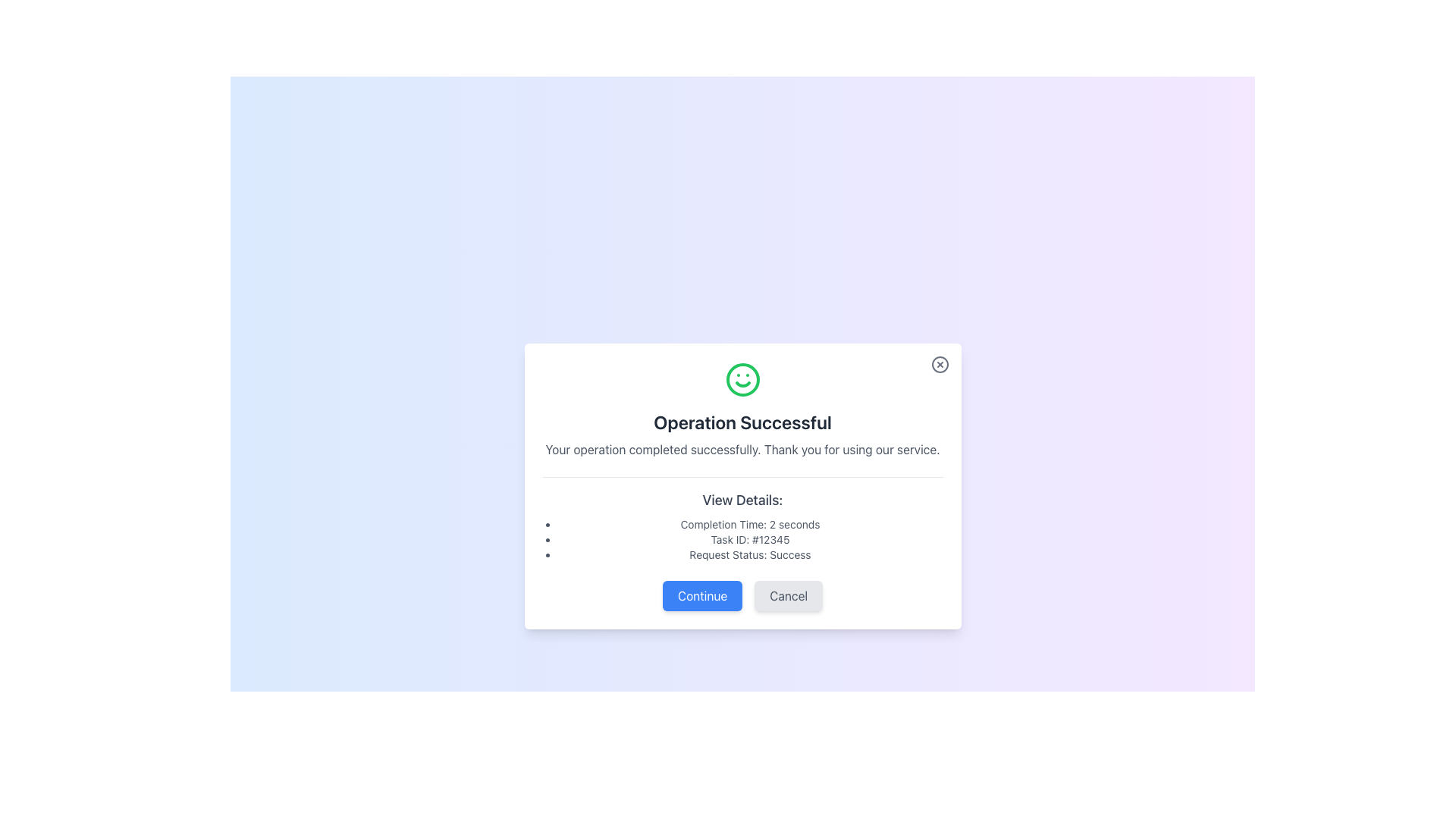 This screenshot has height=819, width=1456. Describe the element at coordinates (750, 554) in the screenshot. I see `the text element displaying 'Request Status: Success', which is the last item in the bulleted list under 'View Details'` at that location.